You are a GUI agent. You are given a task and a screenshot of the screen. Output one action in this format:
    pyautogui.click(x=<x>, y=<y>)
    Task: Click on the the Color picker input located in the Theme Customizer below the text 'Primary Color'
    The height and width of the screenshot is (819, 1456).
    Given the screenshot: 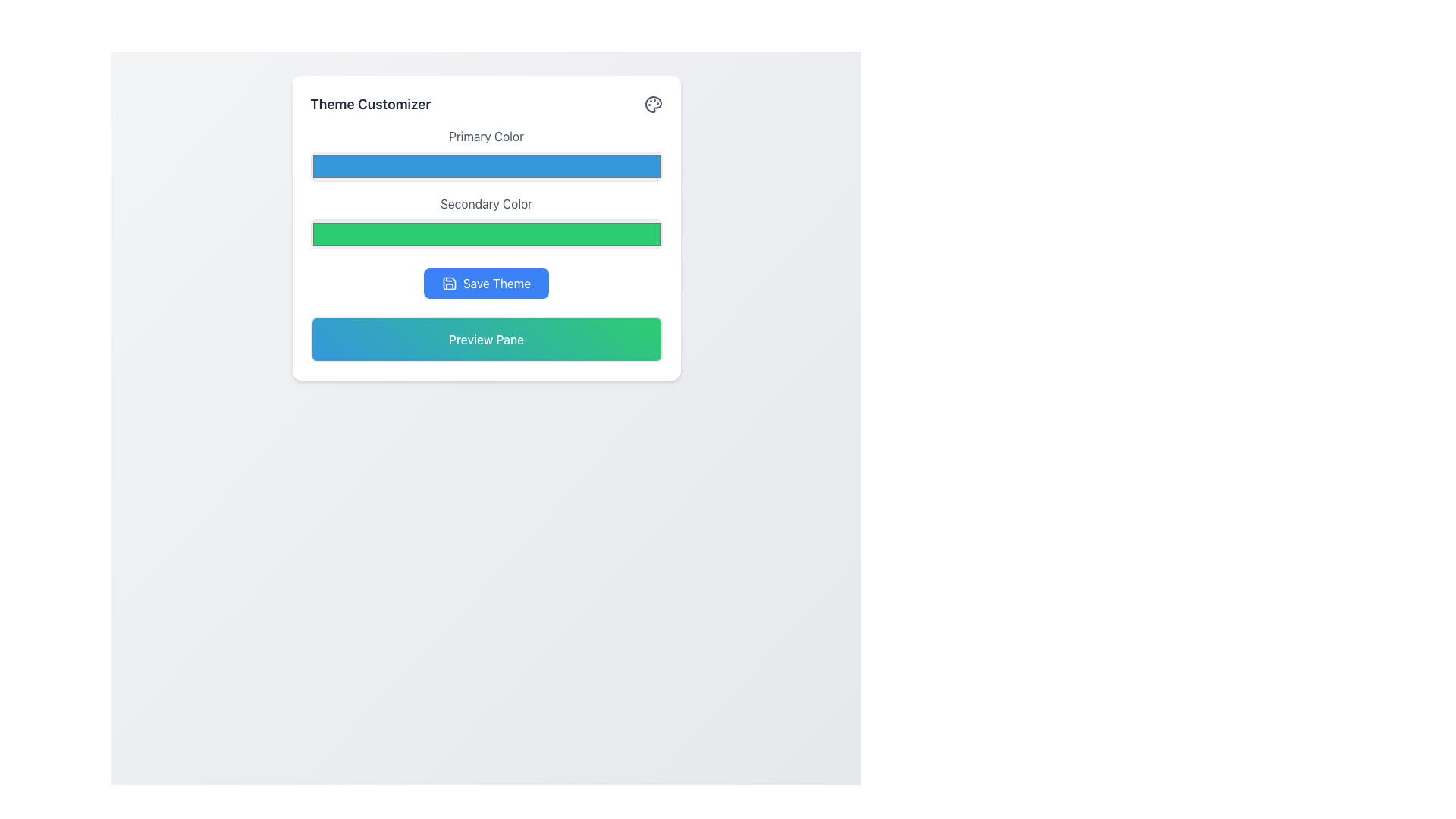 What is the action you would take?
    pyautogui.click(x=486, y=166)
    